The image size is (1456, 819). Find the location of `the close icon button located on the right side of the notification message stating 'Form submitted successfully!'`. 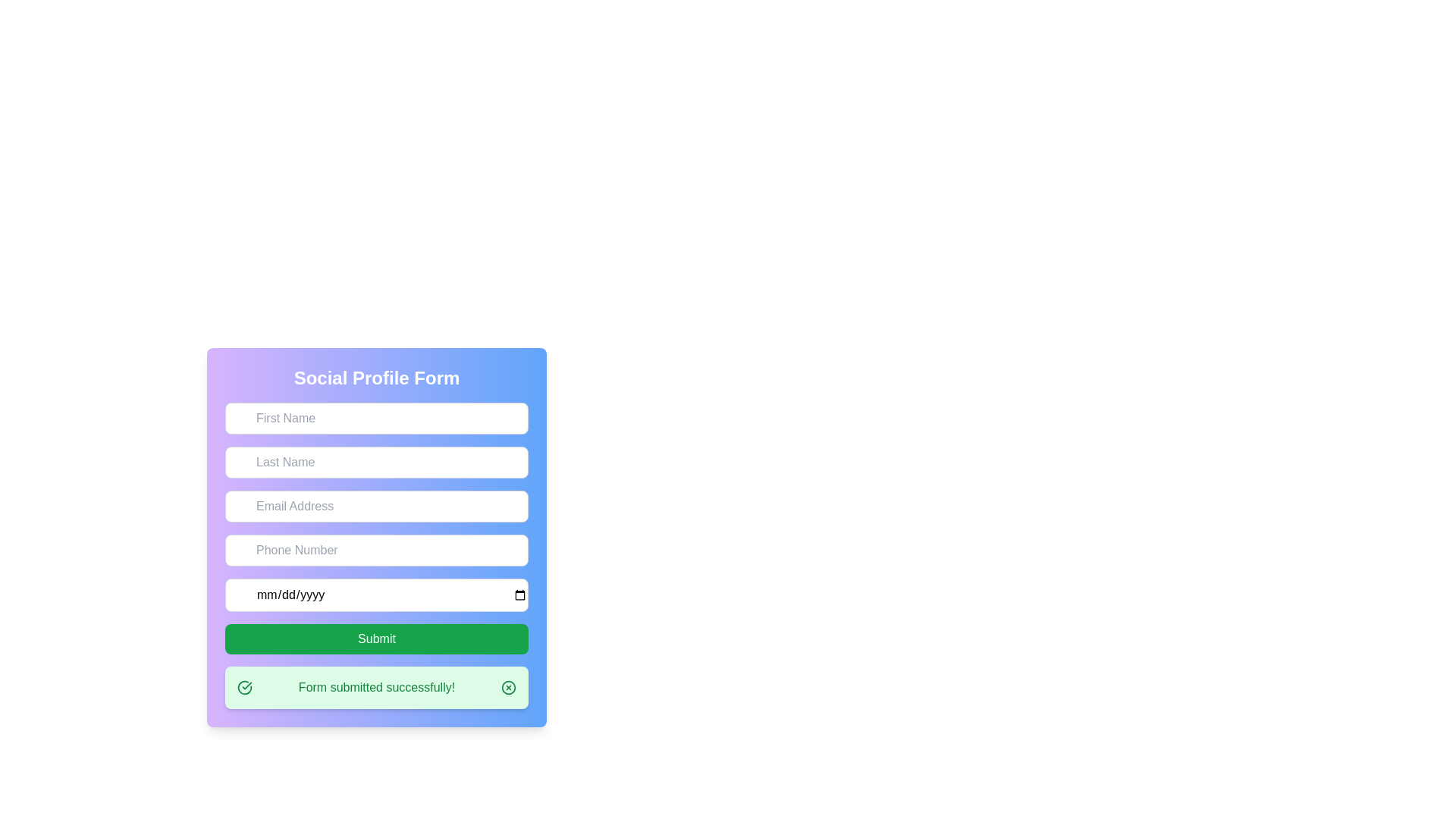

the close icon button located on the right side of the notification message stating 'Form submitted successfully!' is located at coordinates (509, 687).